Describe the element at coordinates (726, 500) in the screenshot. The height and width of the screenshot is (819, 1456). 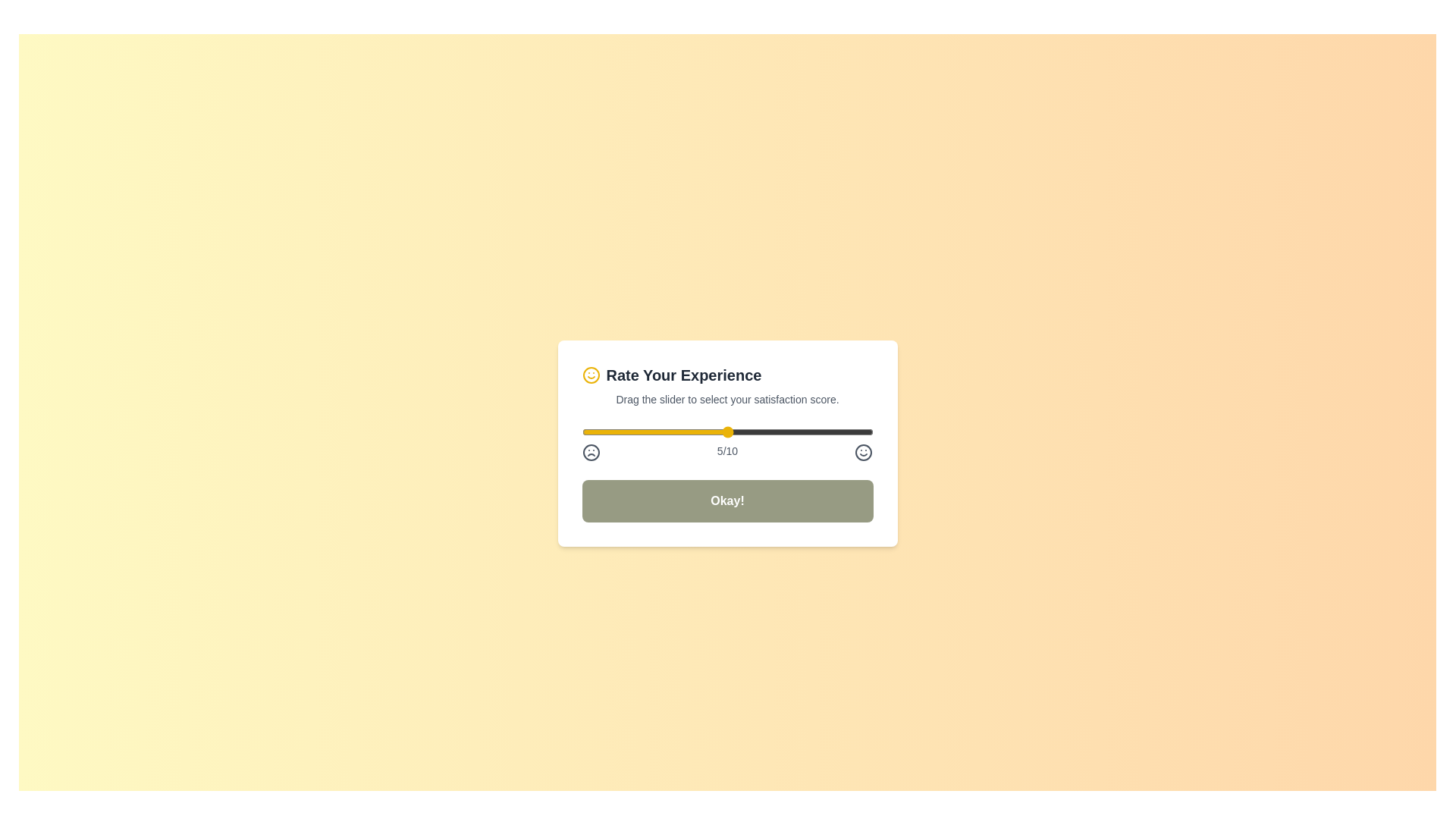
I see `the 'Okay!' button to confirm the rating` at that location.